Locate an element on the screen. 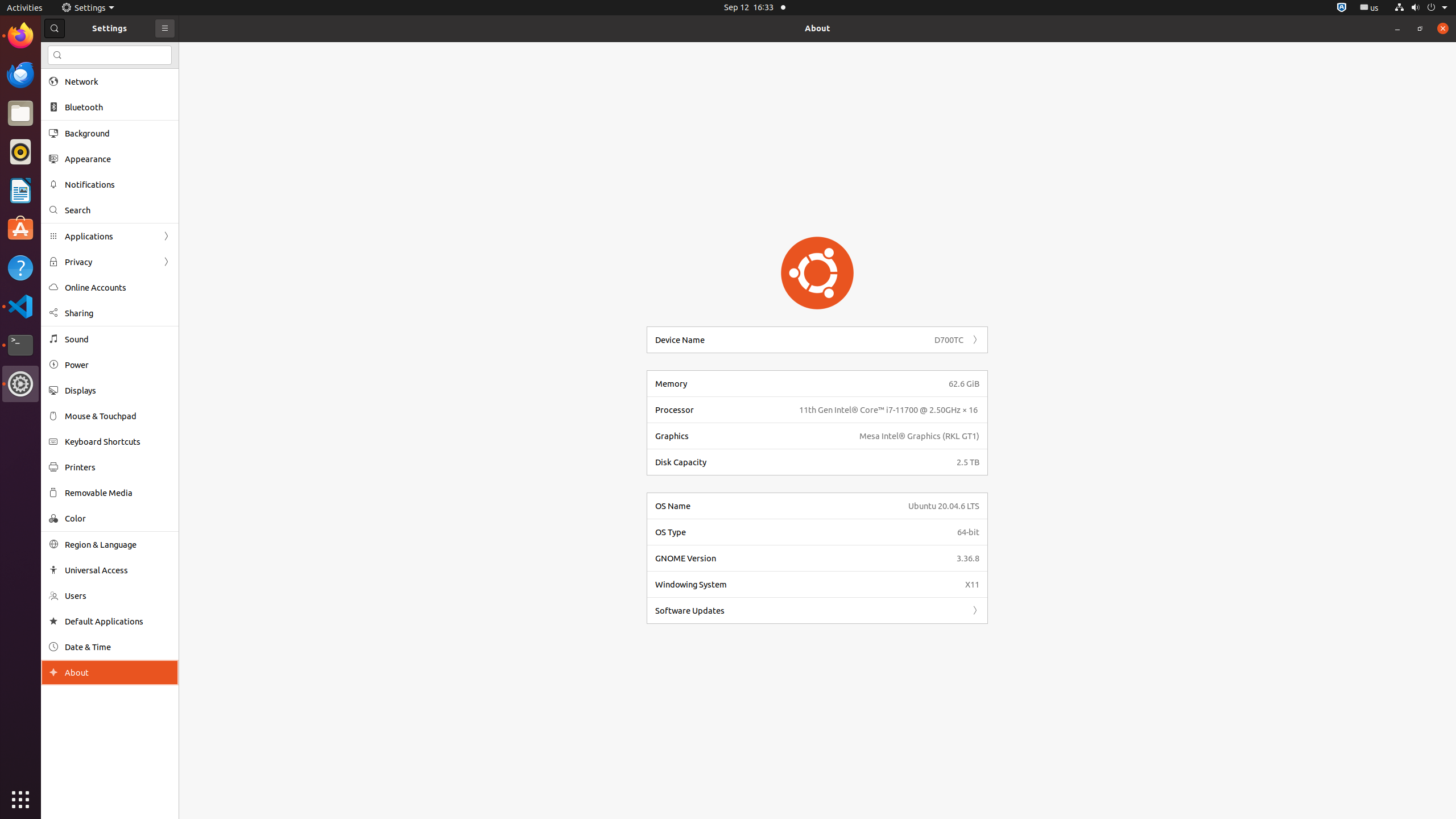 This screenshot has height=819, width=1456. 'Appearance' is located at coordinates (118, 159).